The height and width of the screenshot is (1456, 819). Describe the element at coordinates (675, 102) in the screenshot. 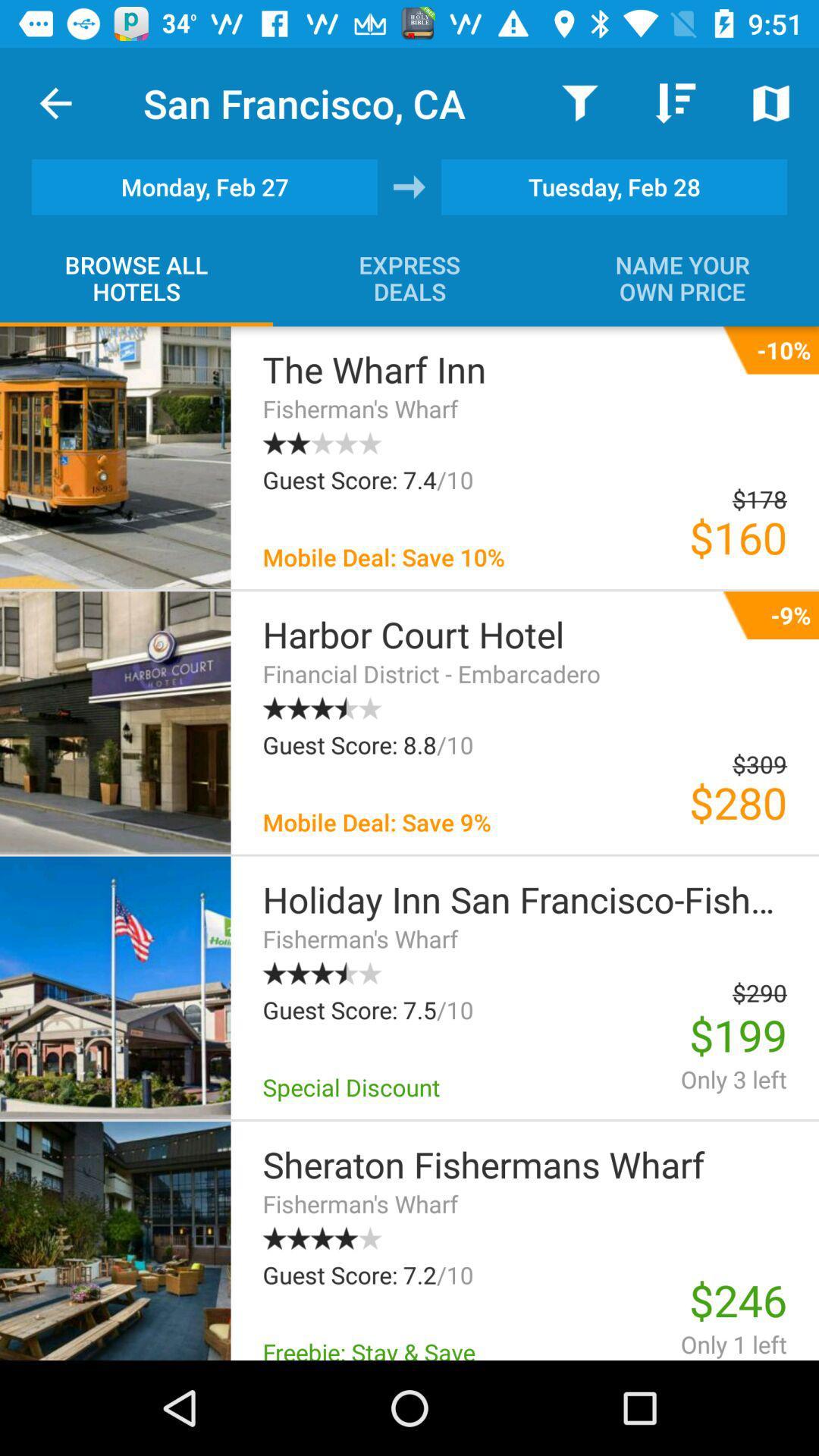

I see `the icon above tuesday, feb 28 item` at that location.